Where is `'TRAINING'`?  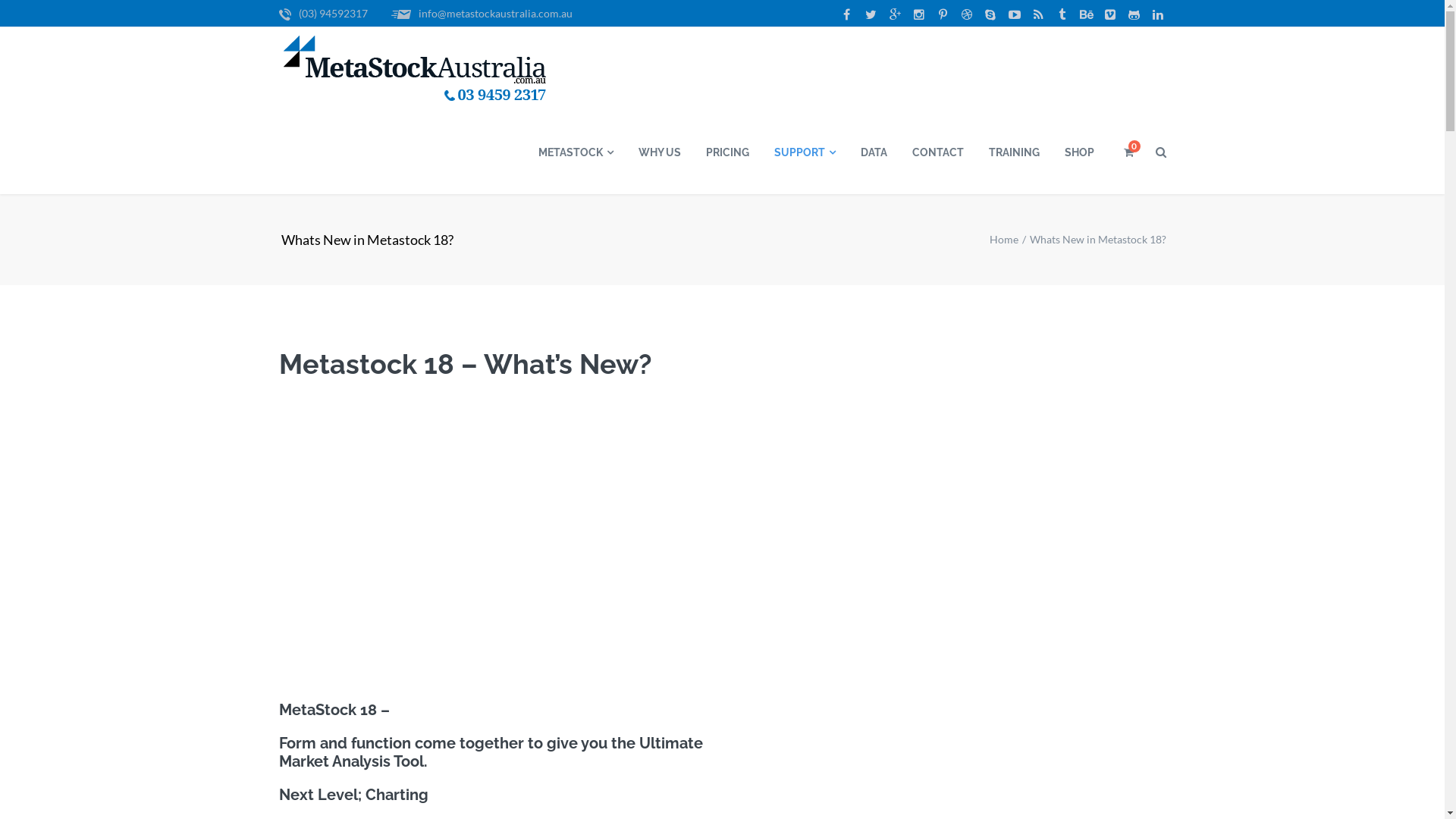 'TRAINING' is located at coordinates (1012, 152).